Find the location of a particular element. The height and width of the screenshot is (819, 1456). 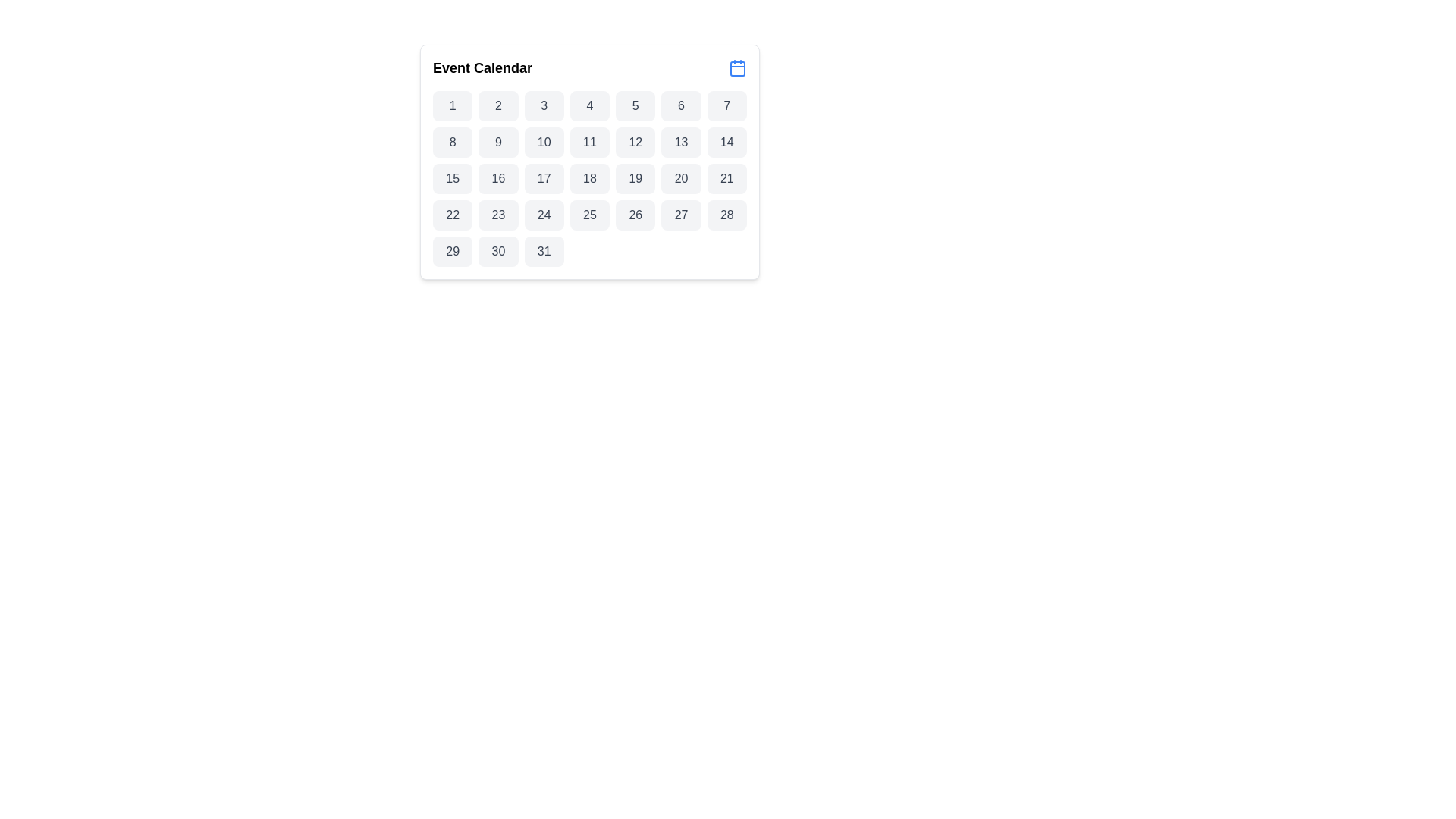

the button displaying the number '14' with a gray background and dark gray text in the Event Calendar is located at coordinates (726, 143).